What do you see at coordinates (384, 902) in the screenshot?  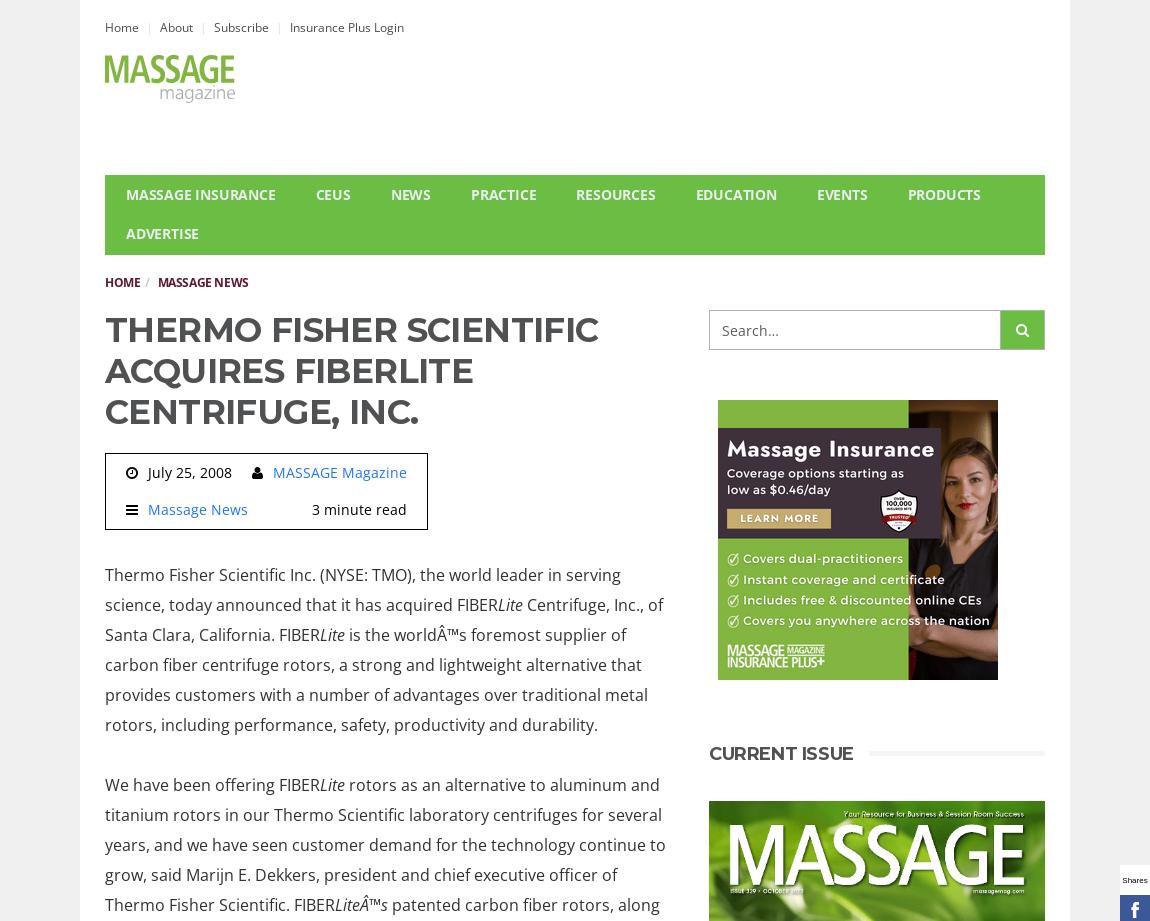 I see `'s'` at bounding box center [384, 902].